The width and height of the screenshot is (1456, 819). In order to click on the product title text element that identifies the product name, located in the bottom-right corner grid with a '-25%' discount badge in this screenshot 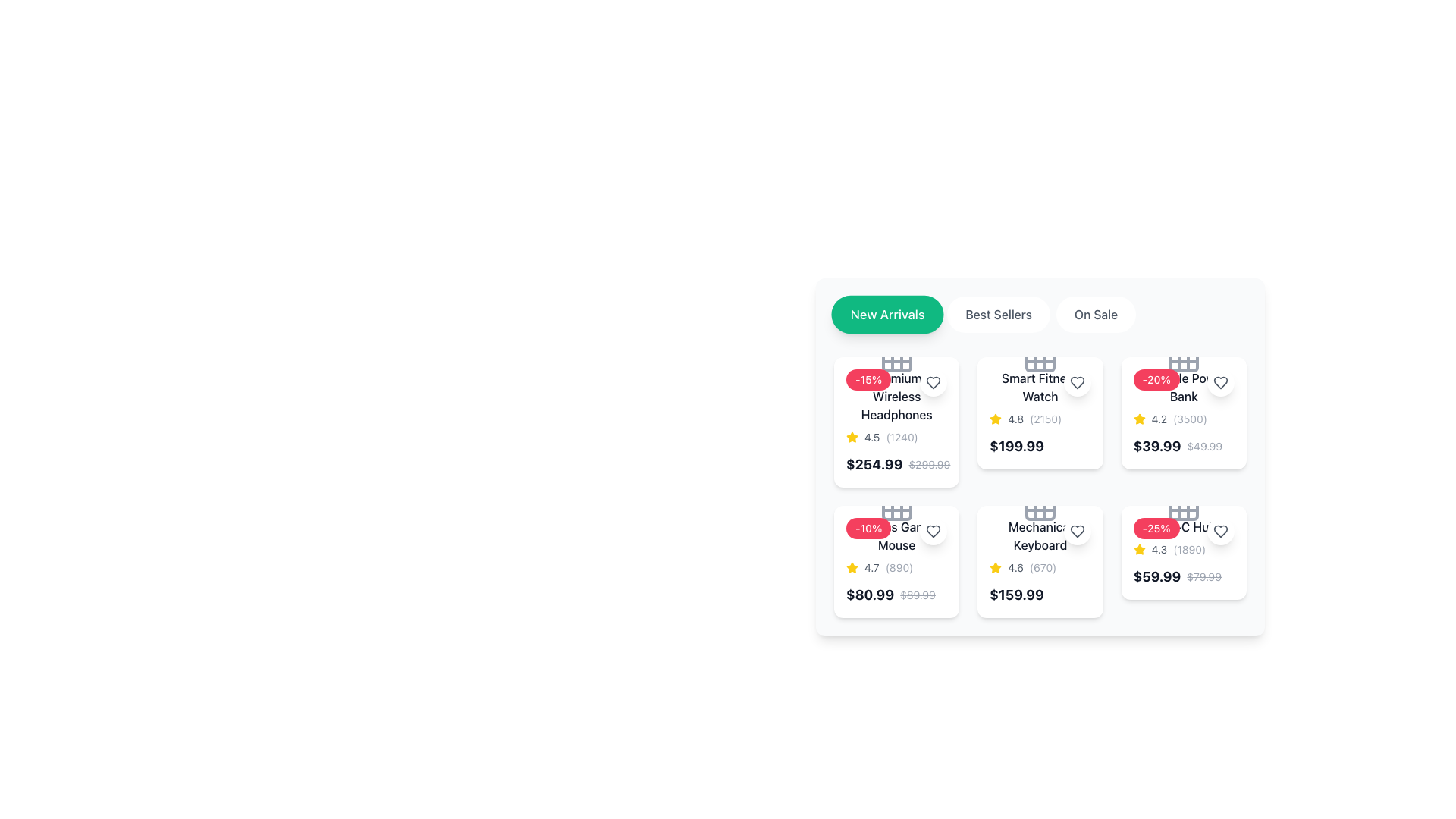, I will do `click(1183, 526)`.